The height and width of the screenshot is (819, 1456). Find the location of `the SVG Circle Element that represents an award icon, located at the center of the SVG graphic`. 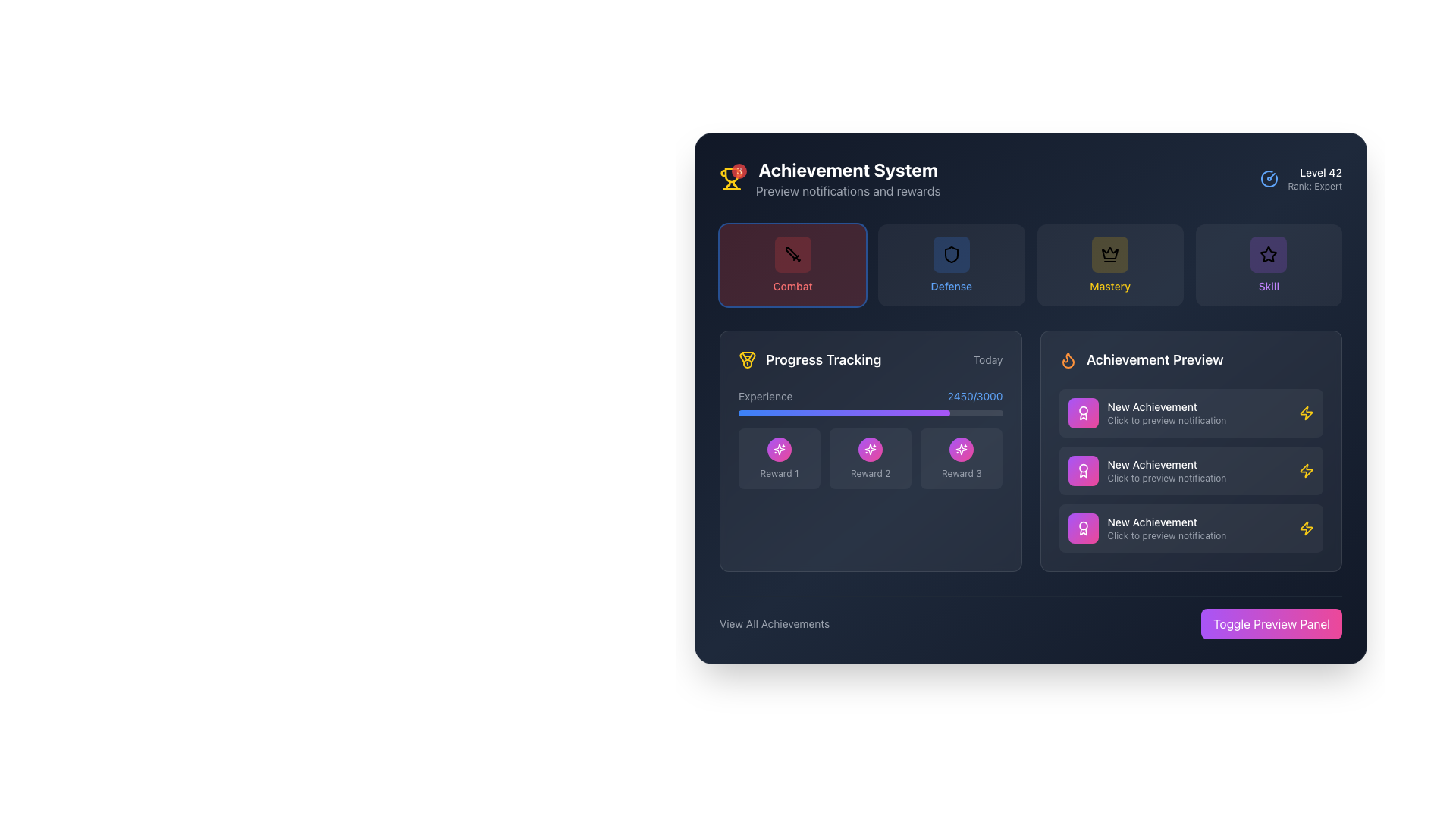

the SVG Circle Element that represents an award icon, located at the center of the SVG graphic is located at coordinates (1082, 467).